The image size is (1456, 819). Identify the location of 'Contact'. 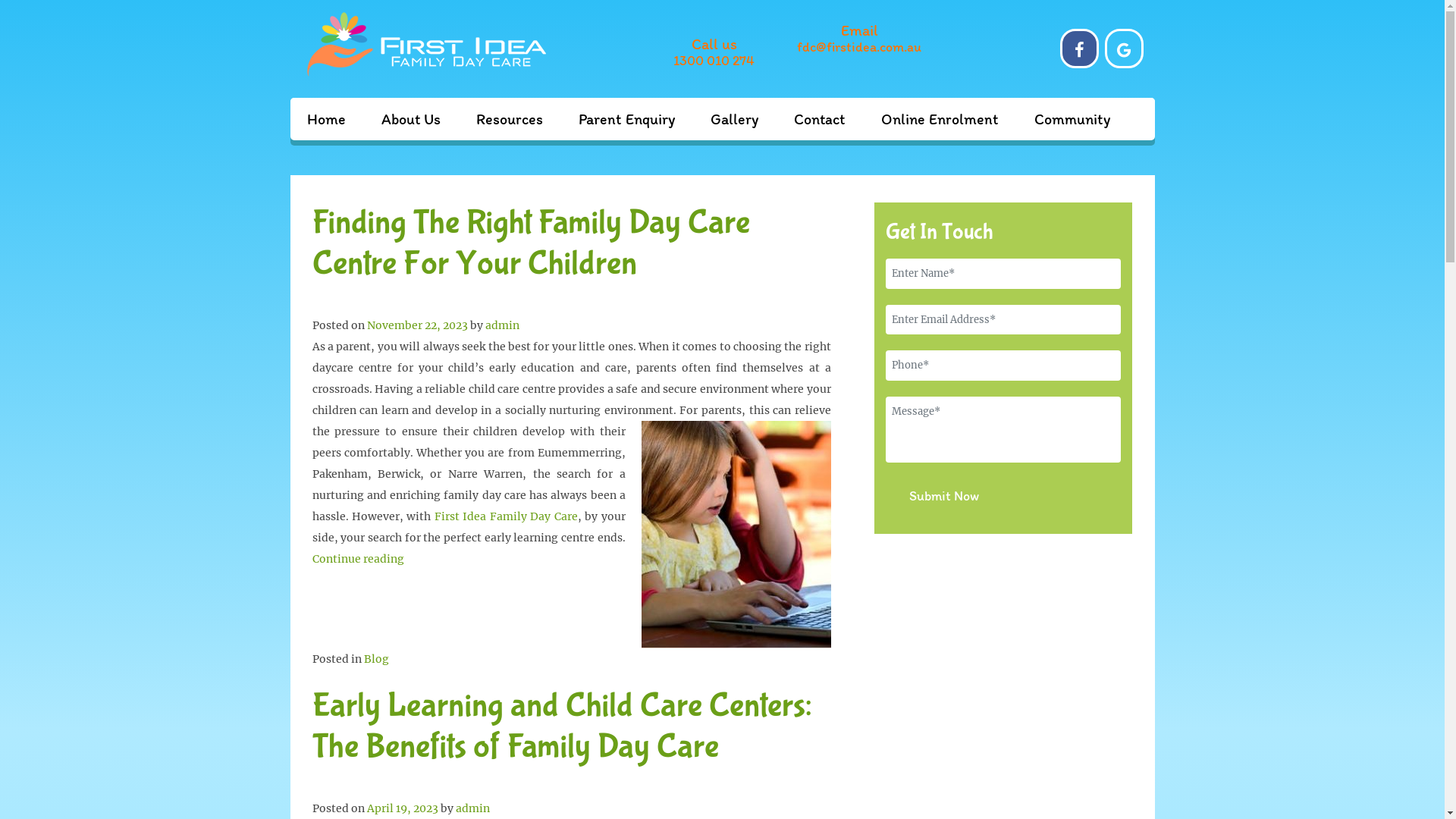
(776, 118).